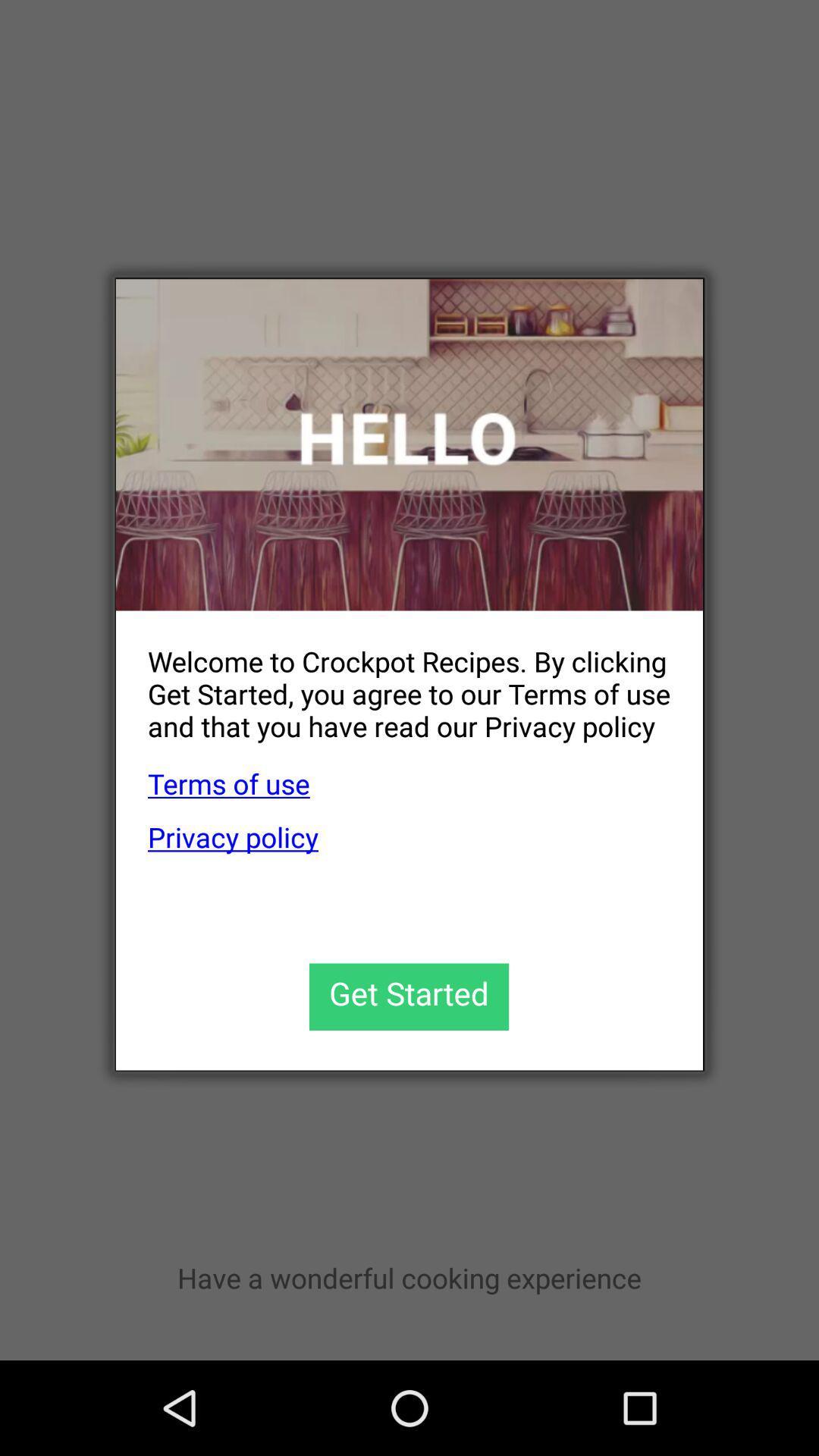 The width and height of the screenshot is (819, 1456). What do you see at coordinates (409, 444) in the screenshot?
I see `the app above welcome to crockpot item` at bounding box center [409, 444].